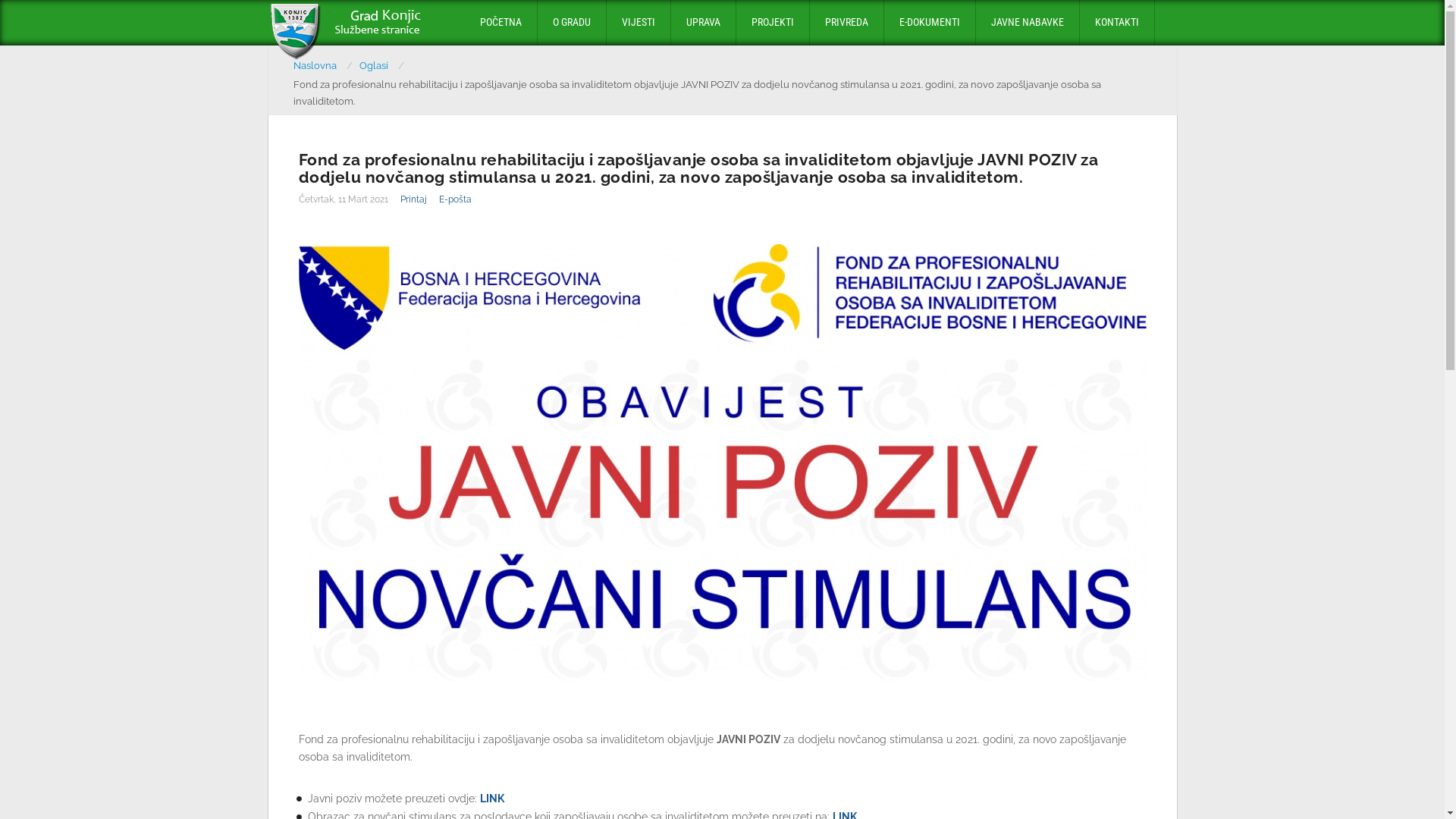  Describe the element at coordinates (413, 198) in the screenshot. I see `'Printaj'` at that location.